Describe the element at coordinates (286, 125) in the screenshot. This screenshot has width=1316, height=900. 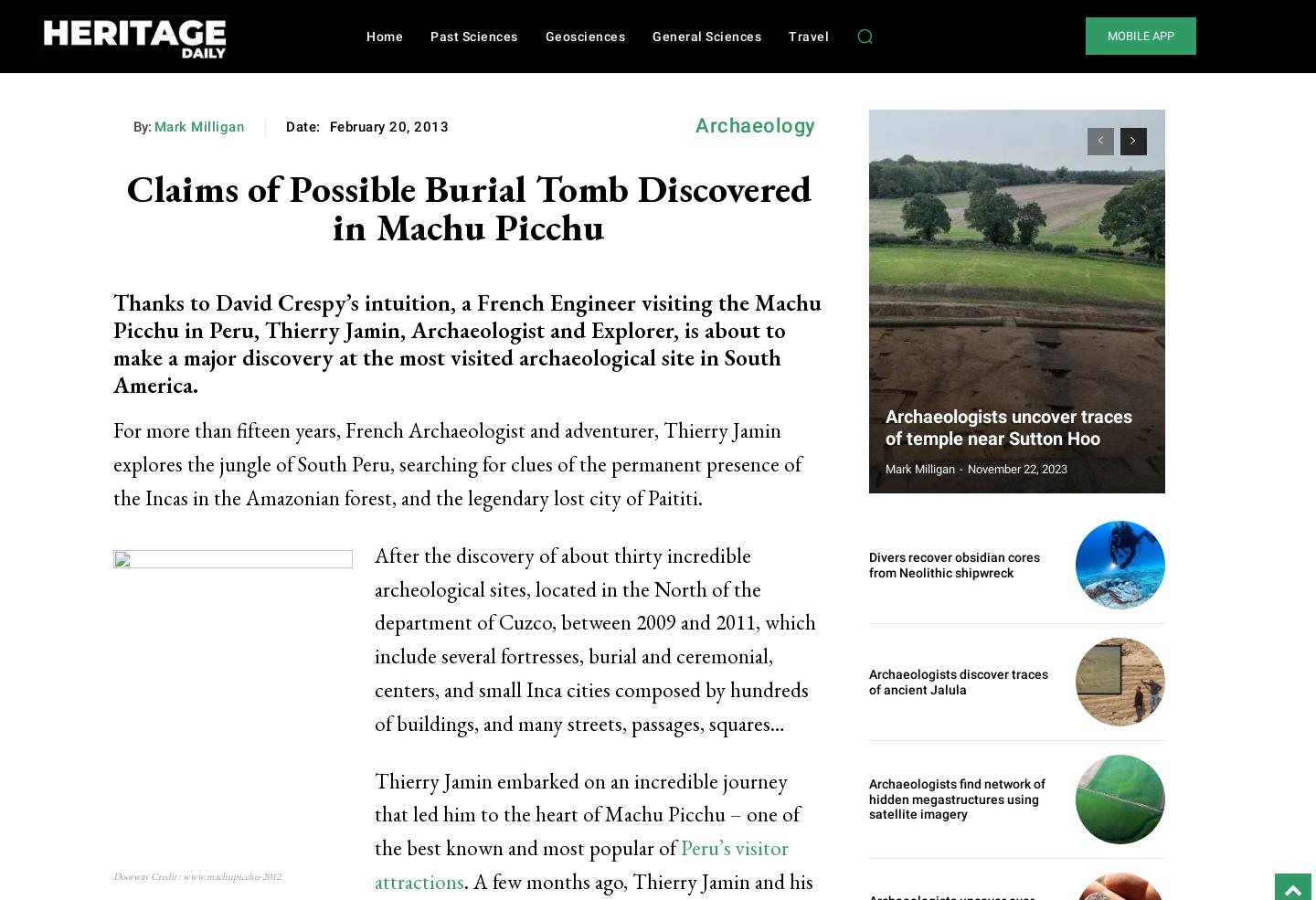
I see `'Date:'` at that location.